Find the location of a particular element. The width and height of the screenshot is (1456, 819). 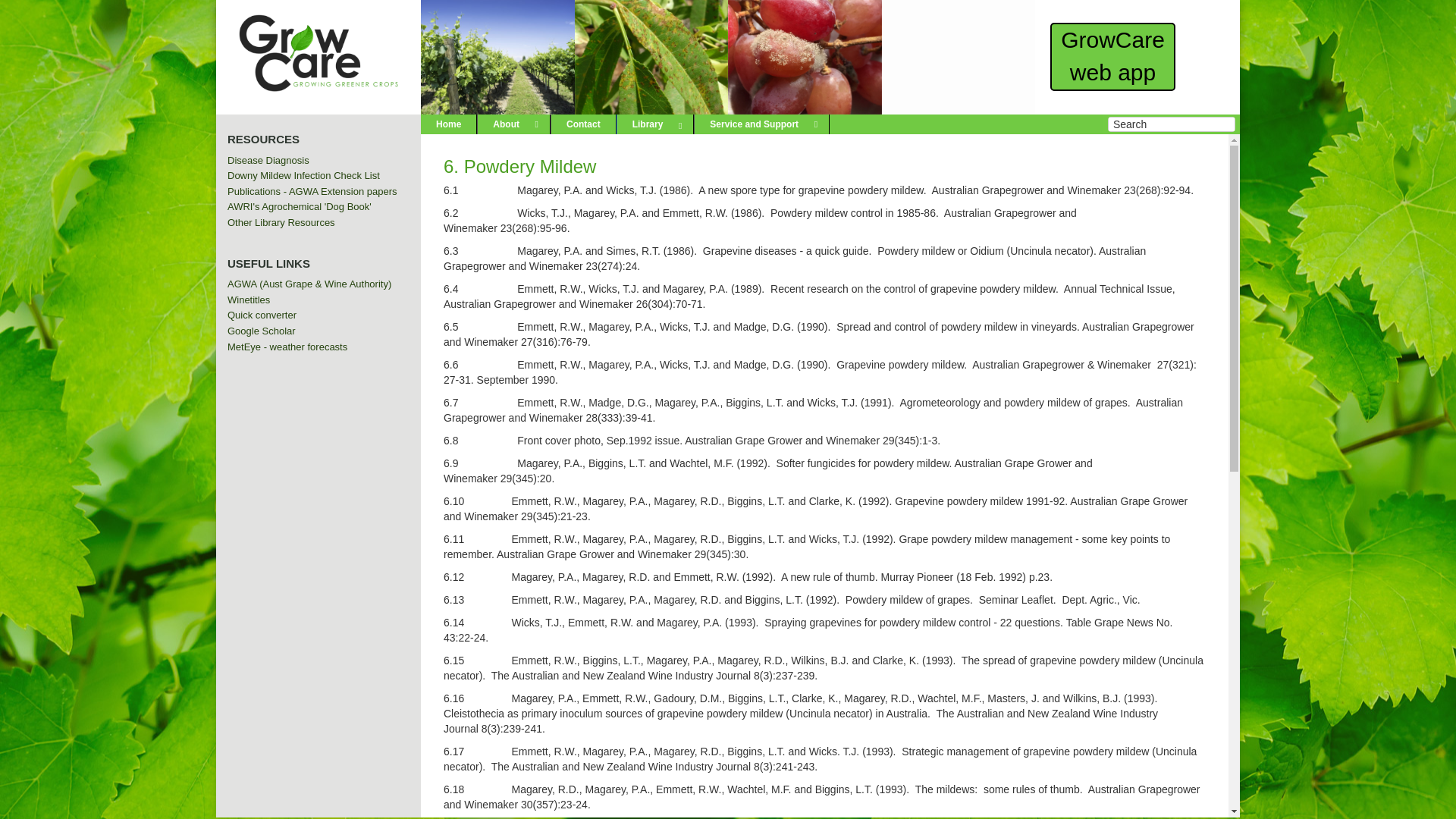

'Publications - AGWA Extension papers' is located at coordinates (312, 190).